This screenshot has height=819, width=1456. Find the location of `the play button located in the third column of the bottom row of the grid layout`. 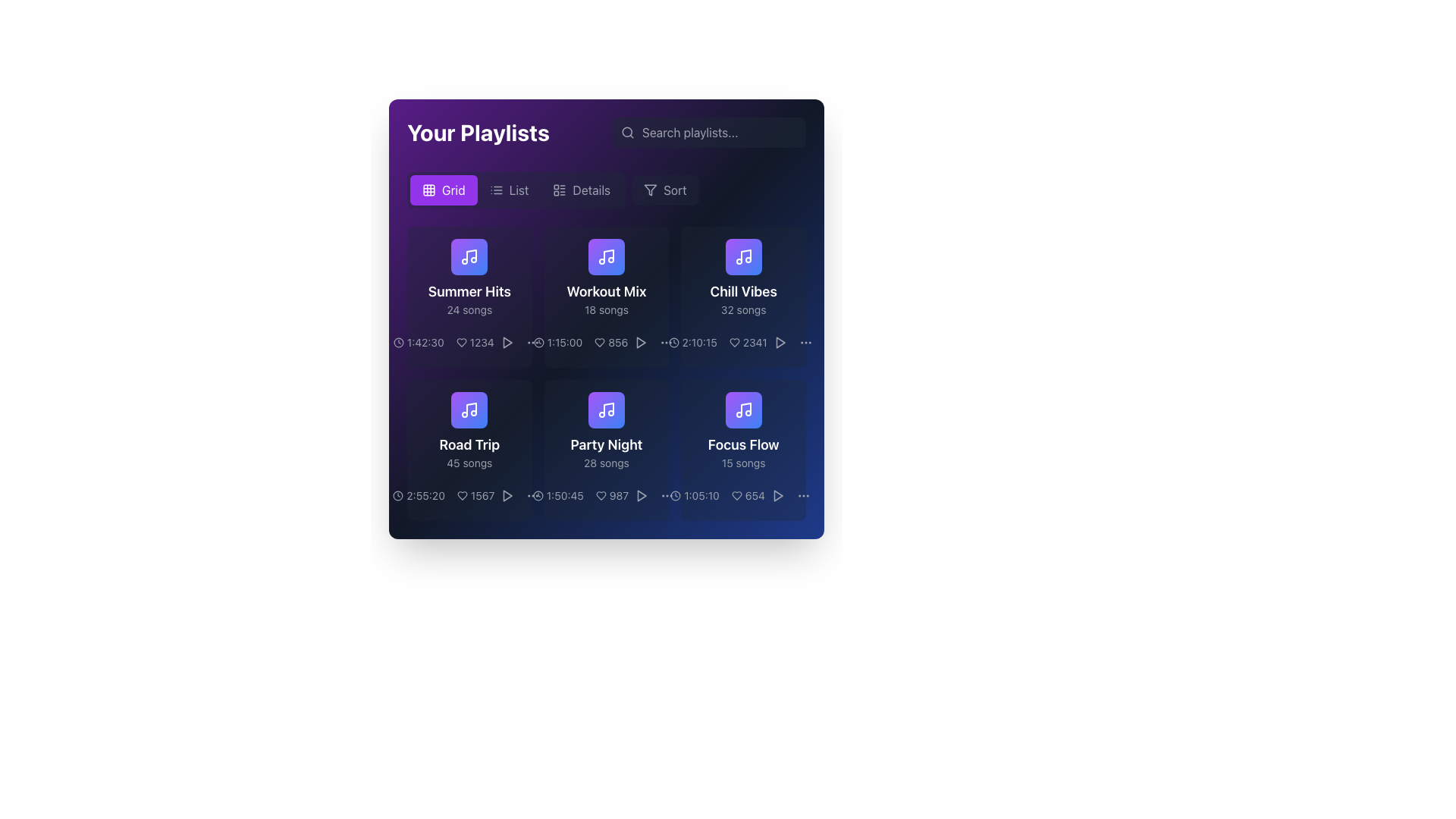

the play button located in the third column of the bottom row of the grid layout is located at coordinates (642, 496).